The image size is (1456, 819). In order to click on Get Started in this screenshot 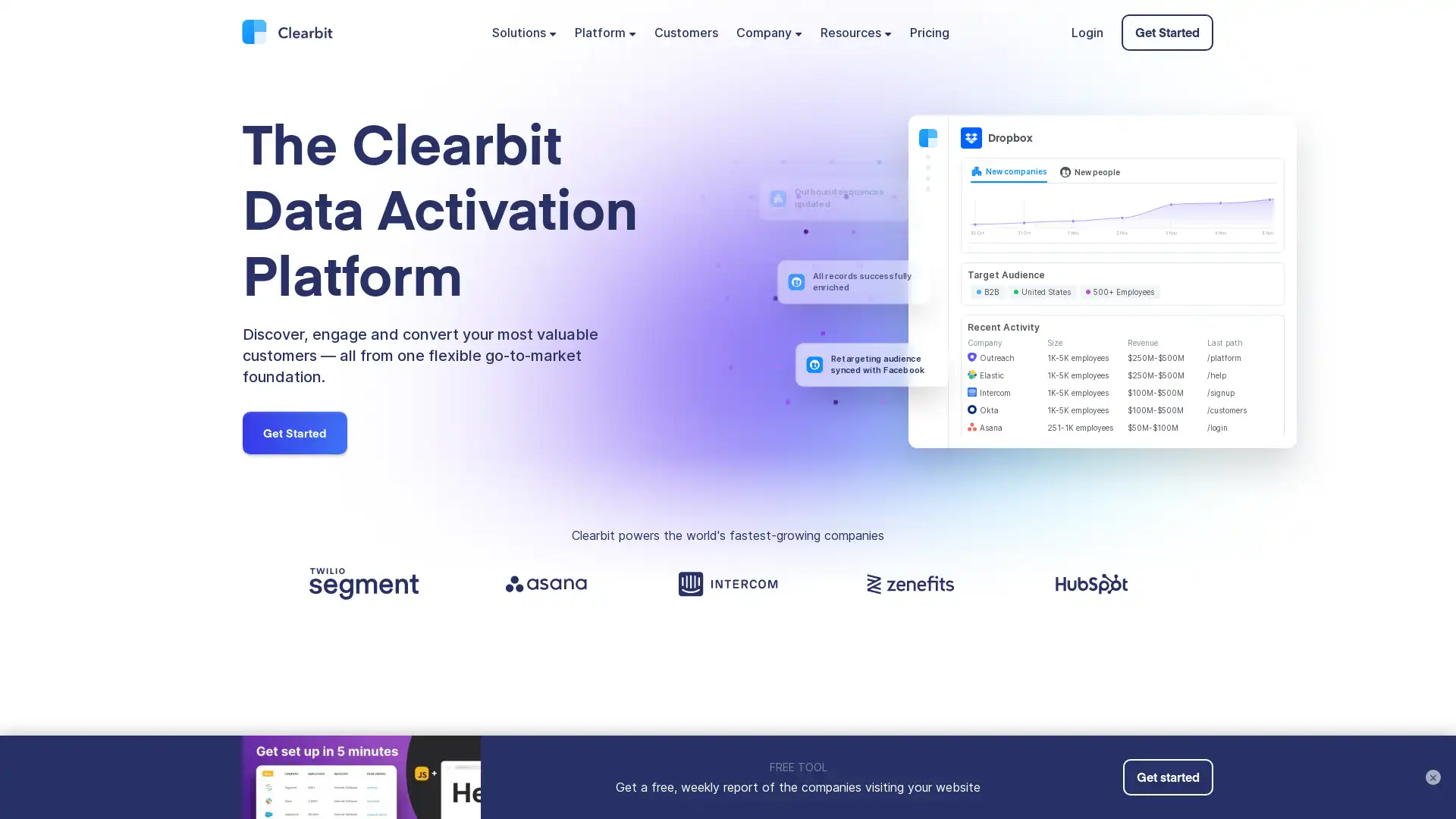, I will do `click(294, 432)`.